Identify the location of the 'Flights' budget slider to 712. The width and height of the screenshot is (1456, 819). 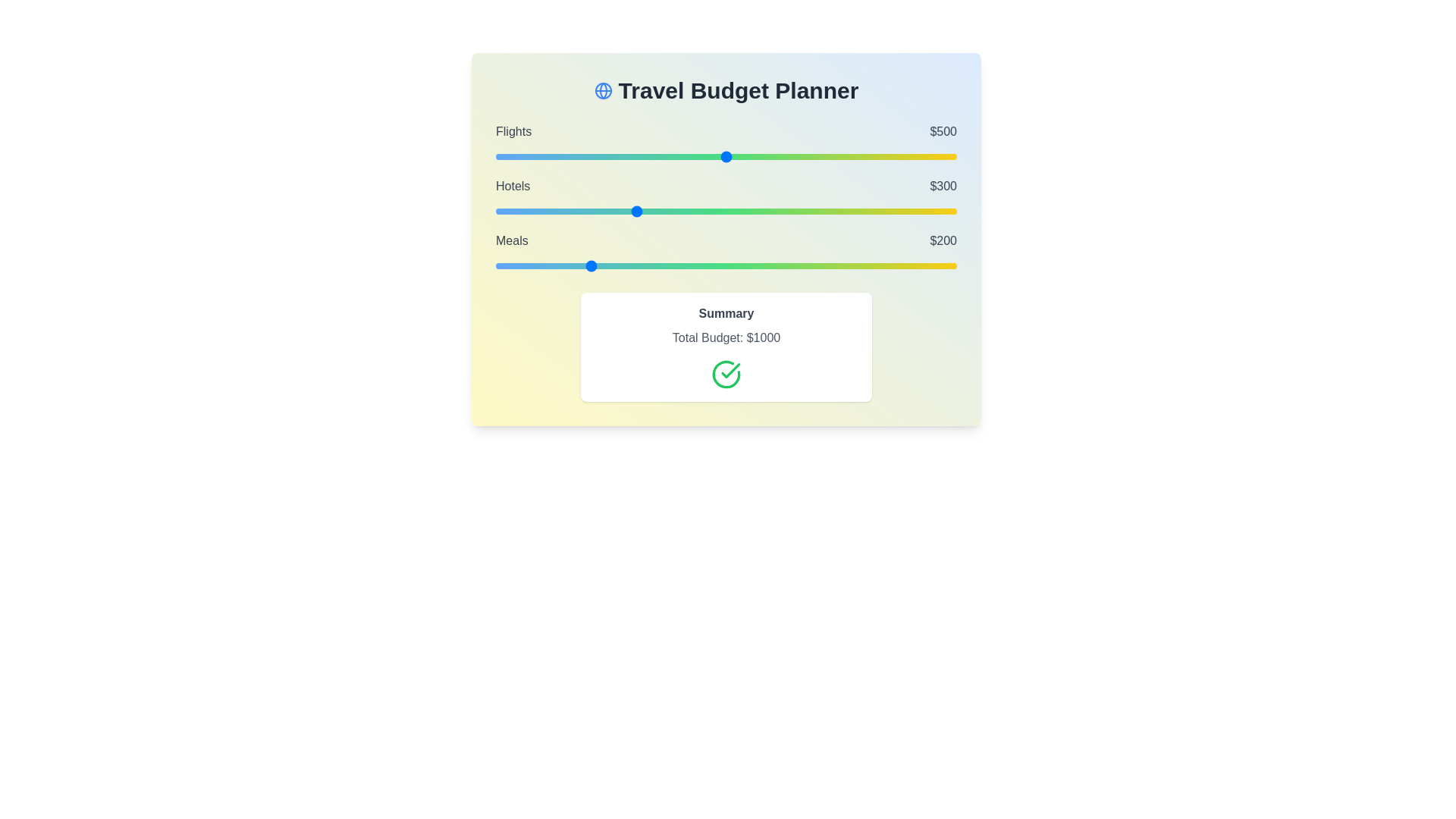
(823, 157).